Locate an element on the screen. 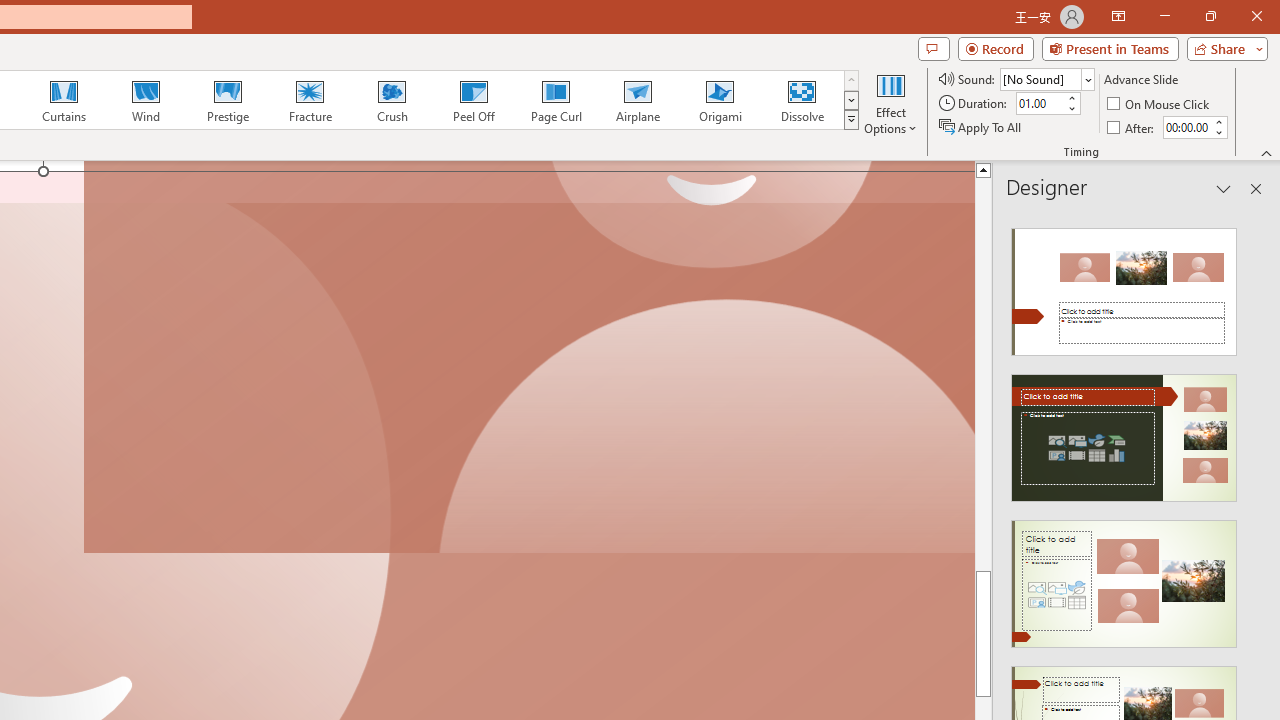 The height and width of the screenshot is (720, 1280). 'Dissolve' is located at coordinates (802, 100).